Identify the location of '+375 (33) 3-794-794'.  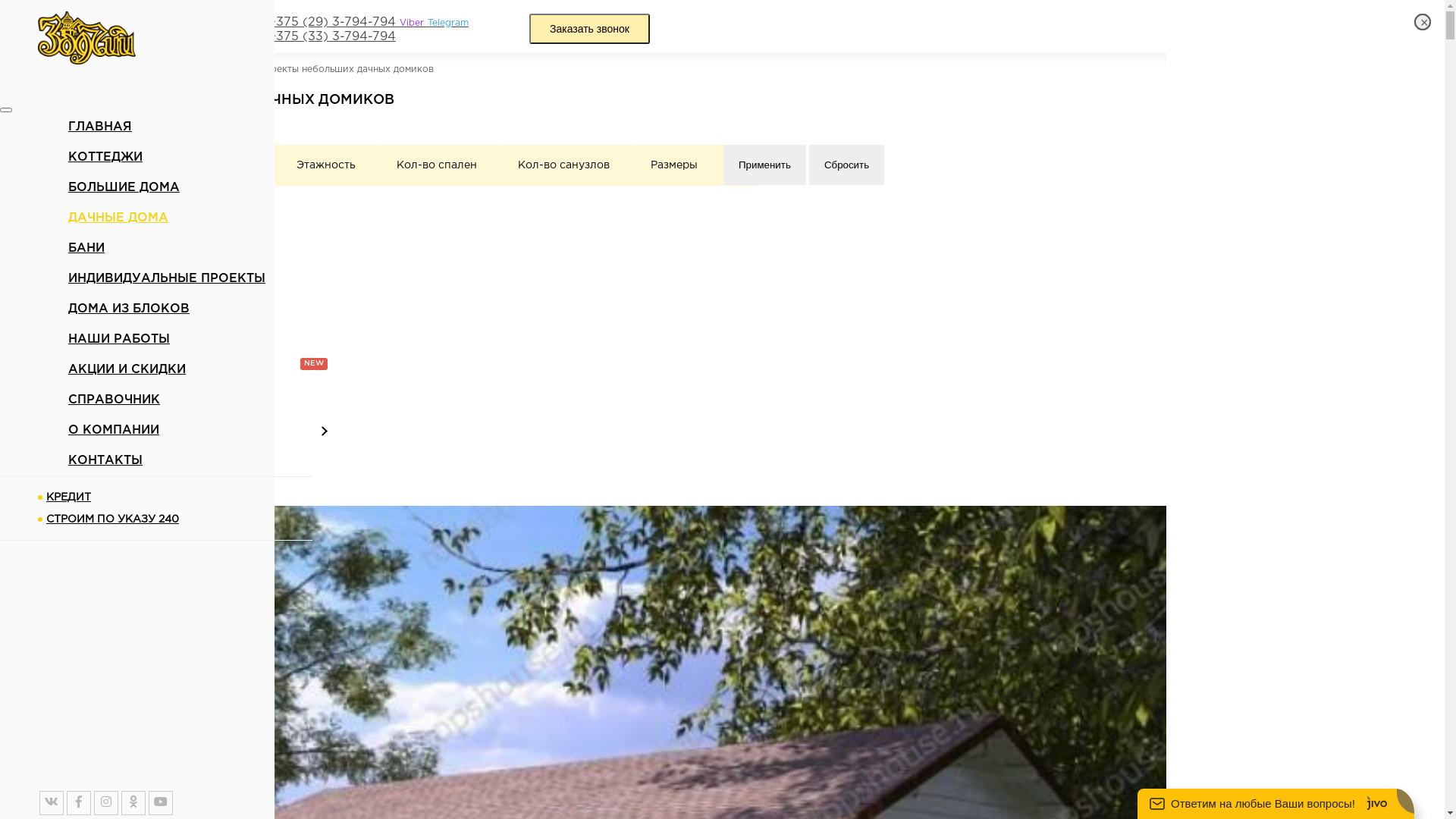
(331, 36).